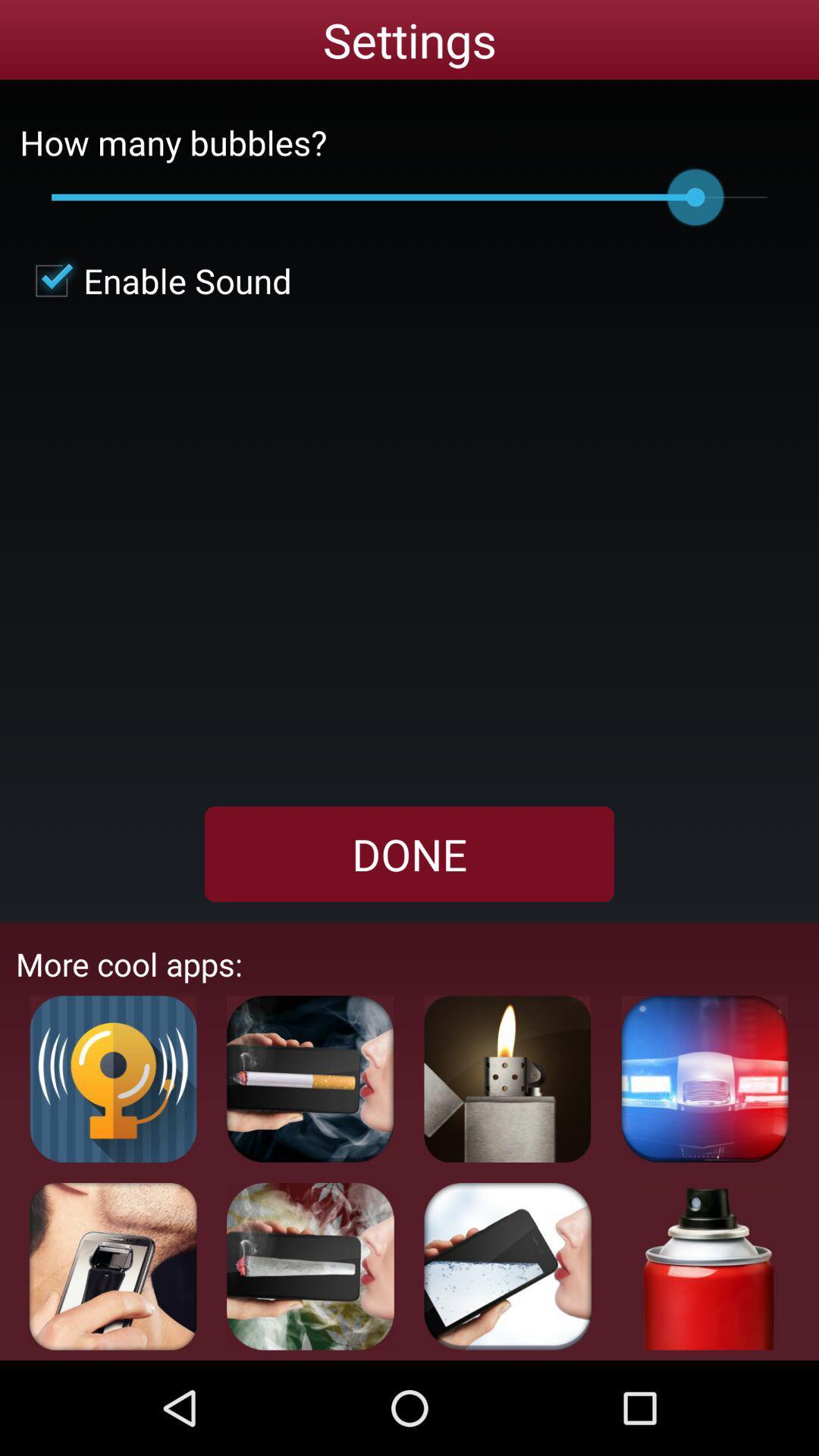 The height and width of the screenshot is (1456, 819). Describe the element at coordinates (155, 281) in the screenshot. I see `enable sound icon` at that location.